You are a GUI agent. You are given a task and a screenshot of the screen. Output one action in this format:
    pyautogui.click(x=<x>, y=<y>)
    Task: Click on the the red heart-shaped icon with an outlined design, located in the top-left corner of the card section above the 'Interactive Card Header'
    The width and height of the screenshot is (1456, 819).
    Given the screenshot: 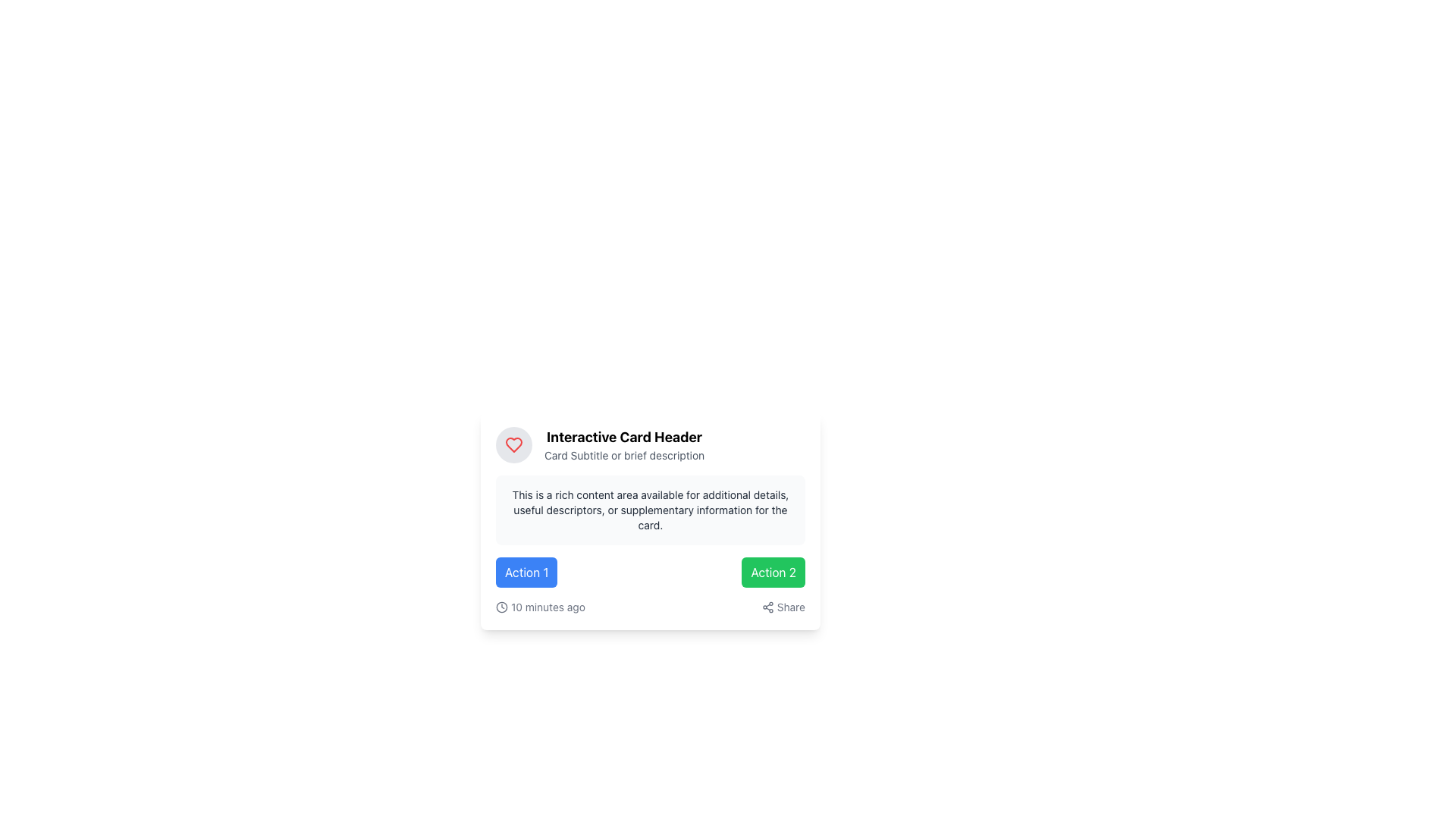 What is the action you would take?
    pyautogui.click(x=513, y=444)
    